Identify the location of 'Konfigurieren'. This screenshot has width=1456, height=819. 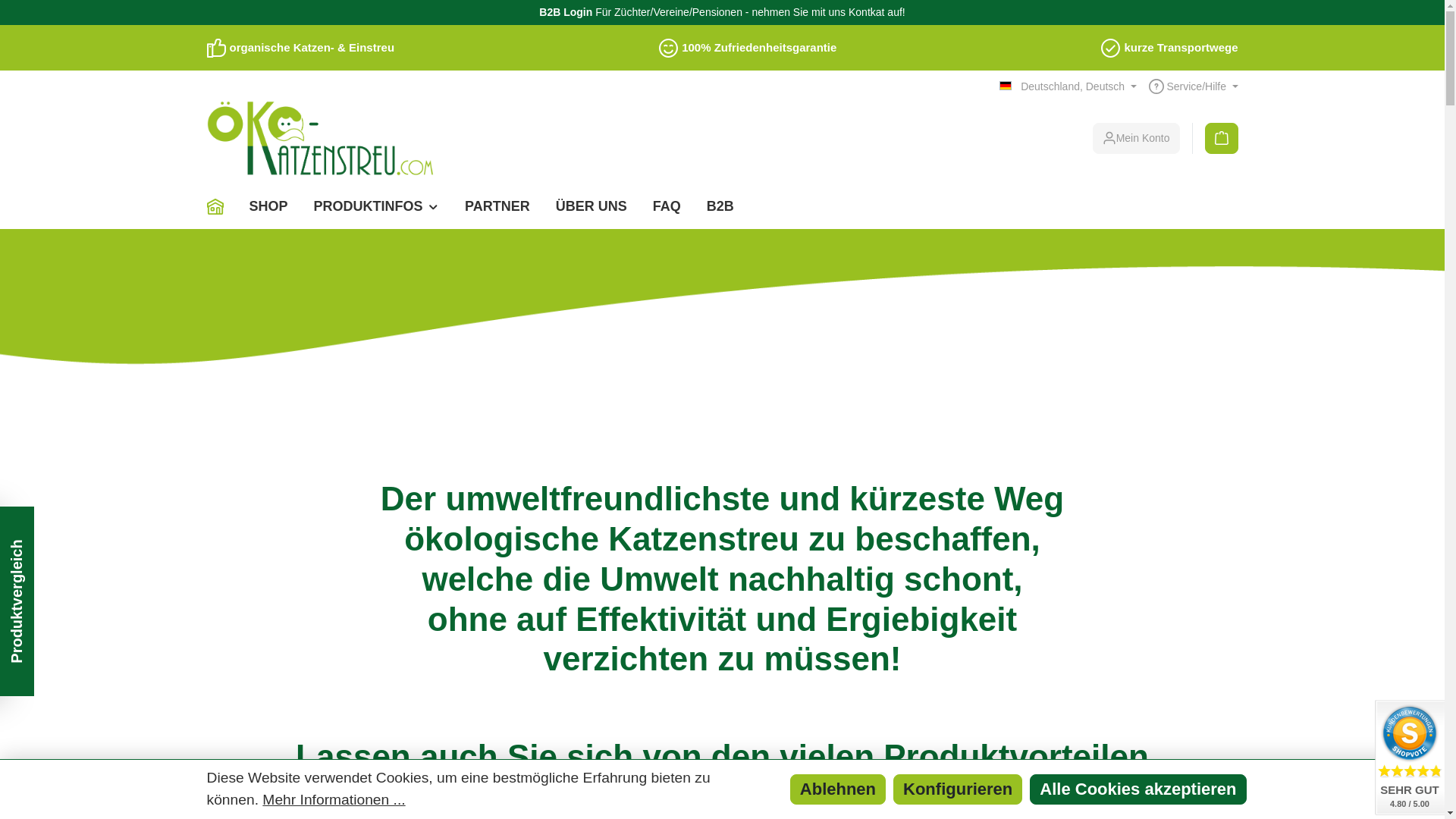
(893, 789).